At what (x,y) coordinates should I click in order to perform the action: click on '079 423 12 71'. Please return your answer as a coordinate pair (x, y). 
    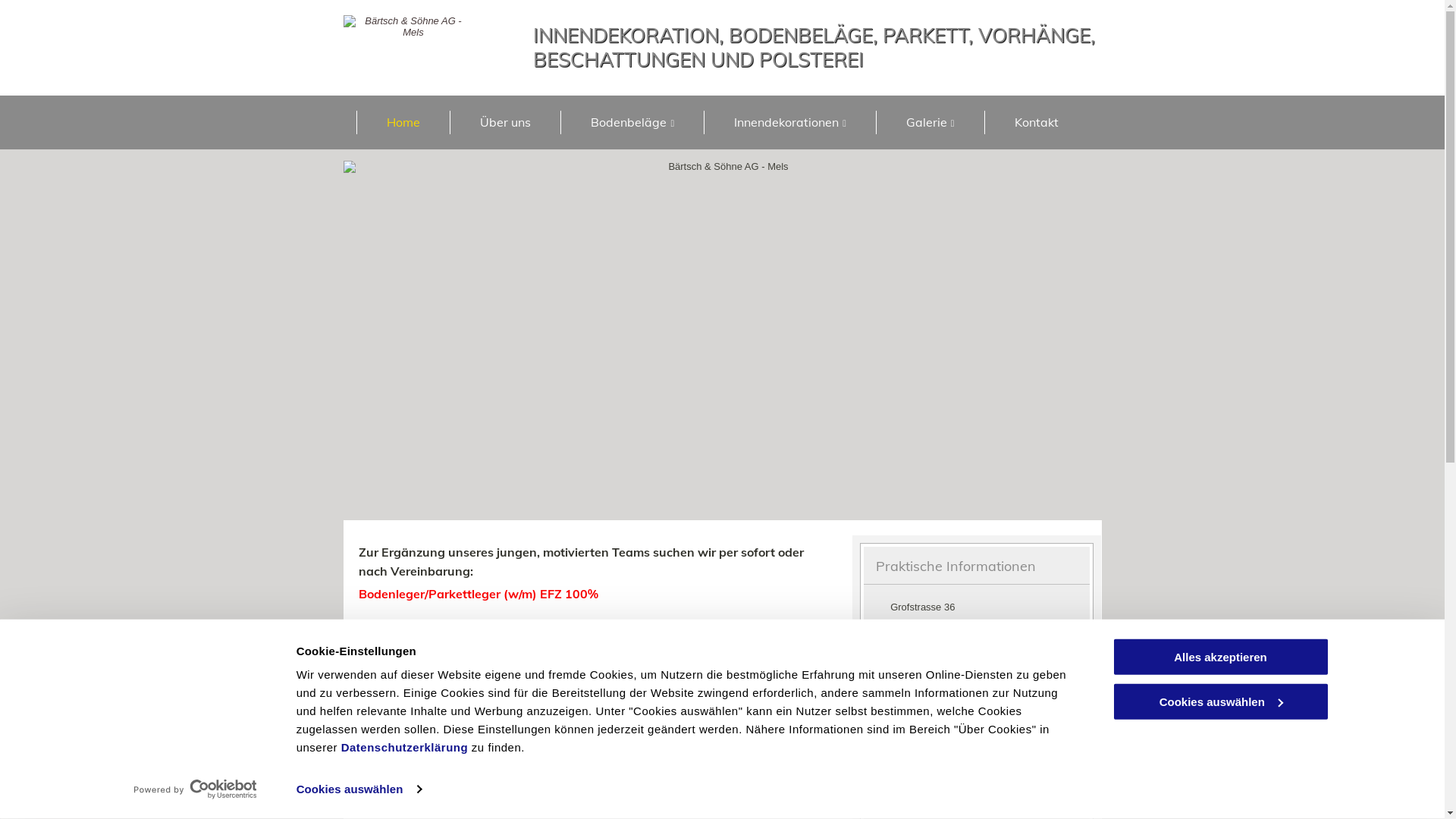
    Looking at the image, I should click on (930, 696).